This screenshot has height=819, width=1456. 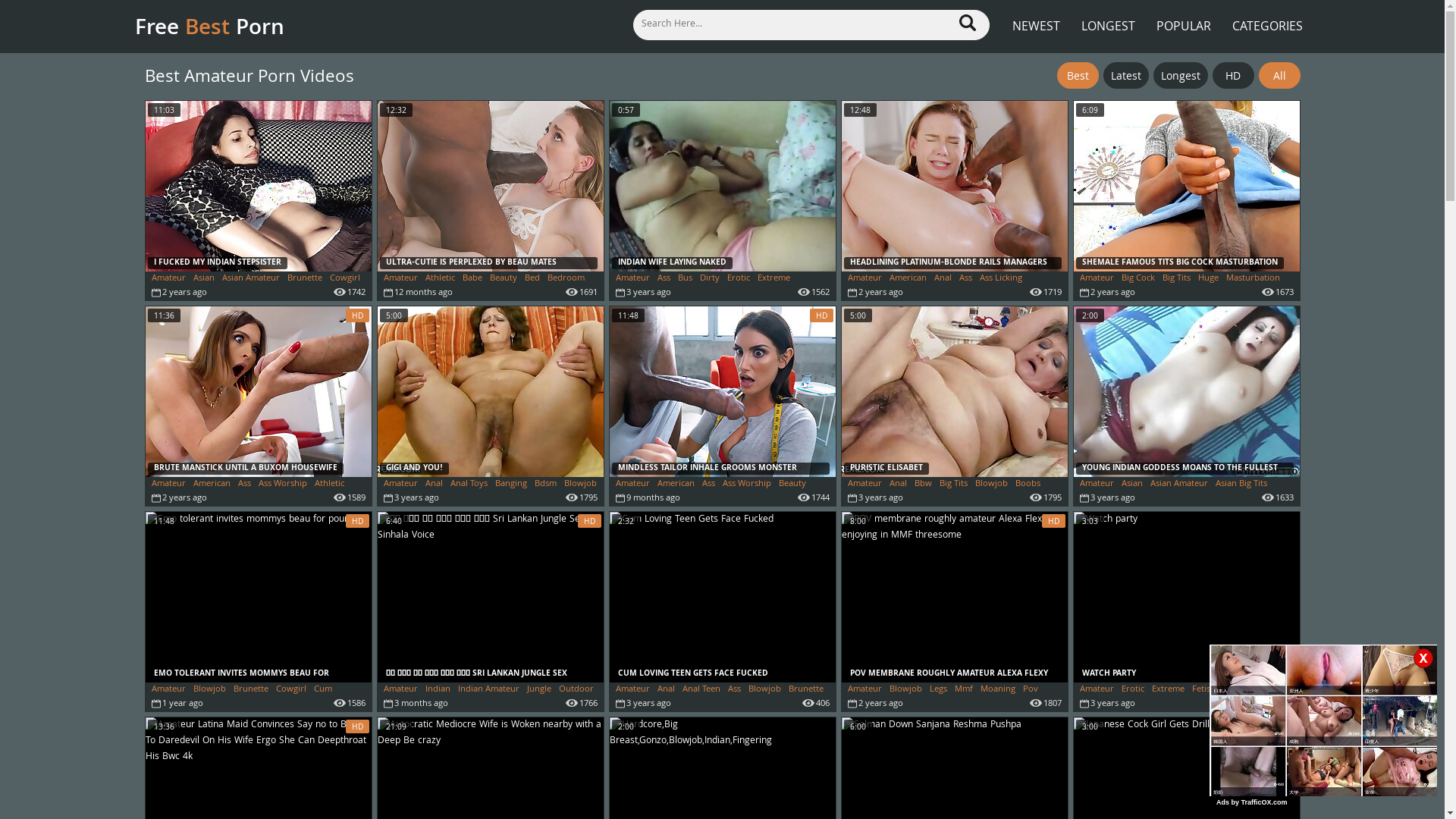 What do you see at coordinates (1137, 278) in the screenshot?
I see `'Big Cock'` at bounding box center [1137, 278].